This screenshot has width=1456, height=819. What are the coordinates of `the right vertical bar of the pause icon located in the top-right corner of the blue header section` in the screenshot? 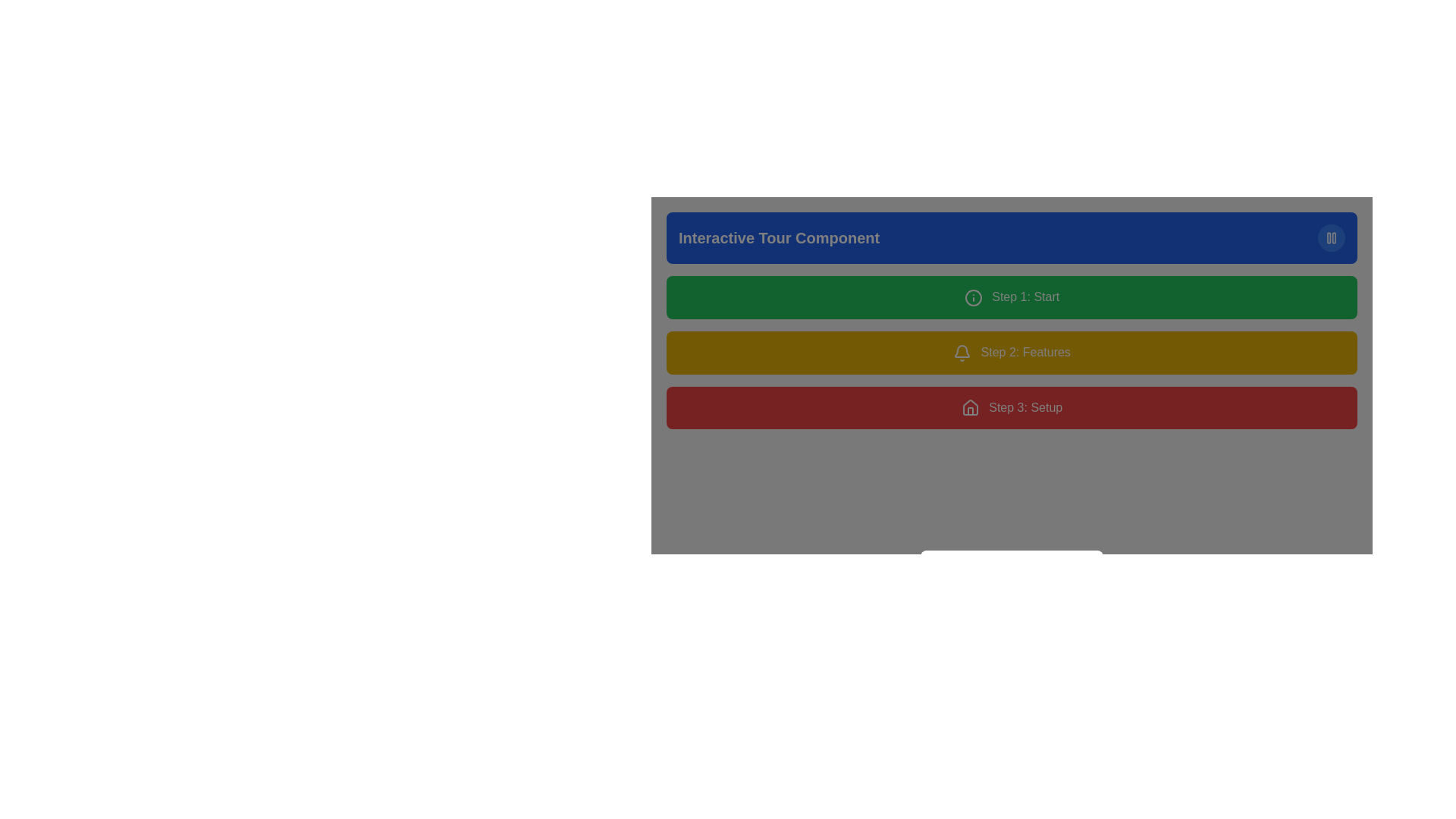 It's located at (1332, 237).